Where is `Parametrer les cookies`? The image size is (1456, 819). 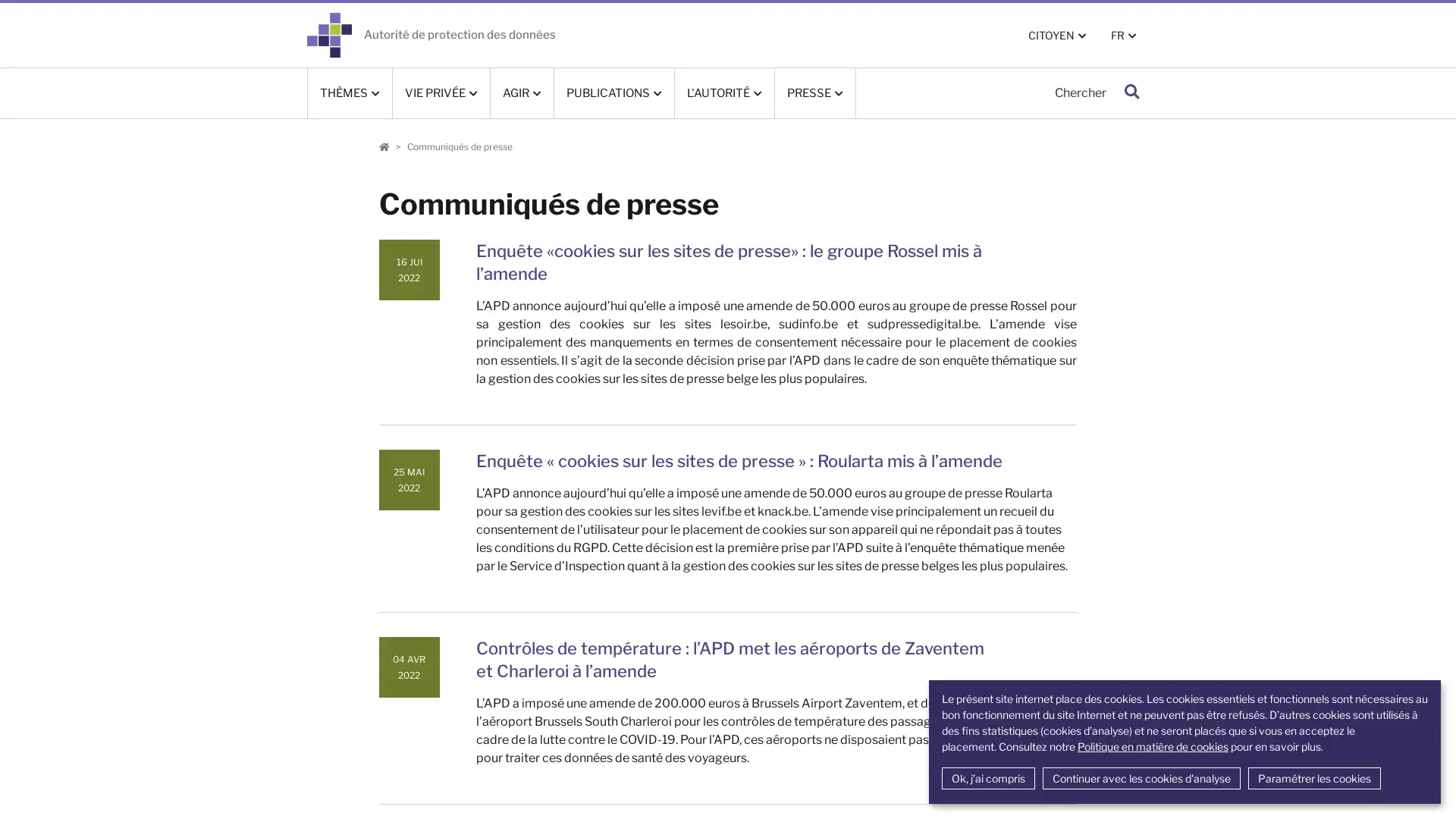
Parametrer les cookies is located at coordinates (1313, 778).